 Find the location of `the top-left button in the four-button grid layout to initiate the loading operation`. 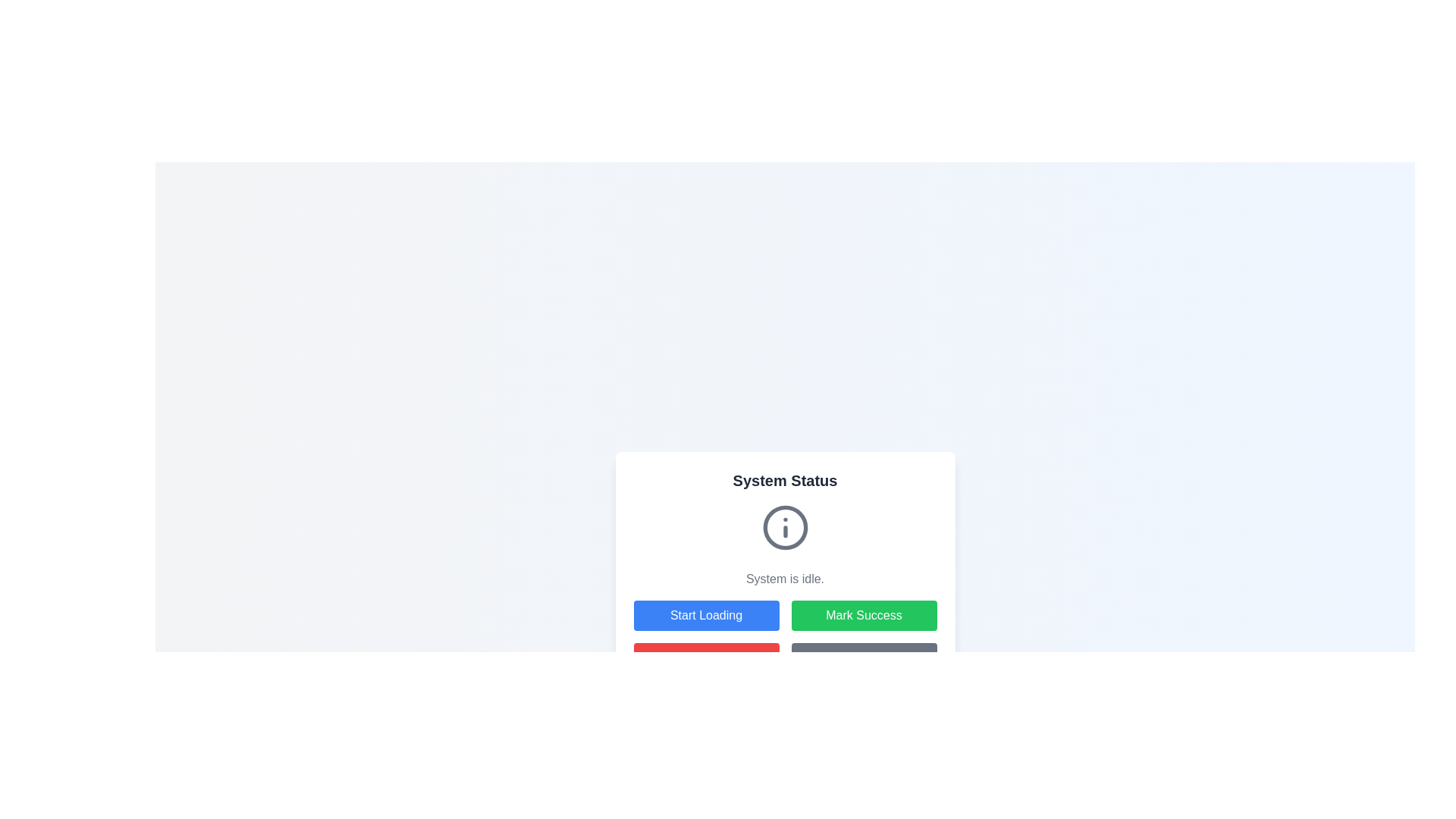

the top-left button in the four-button grid layout to initiate the loading operation is located at coordinates (705, 616).